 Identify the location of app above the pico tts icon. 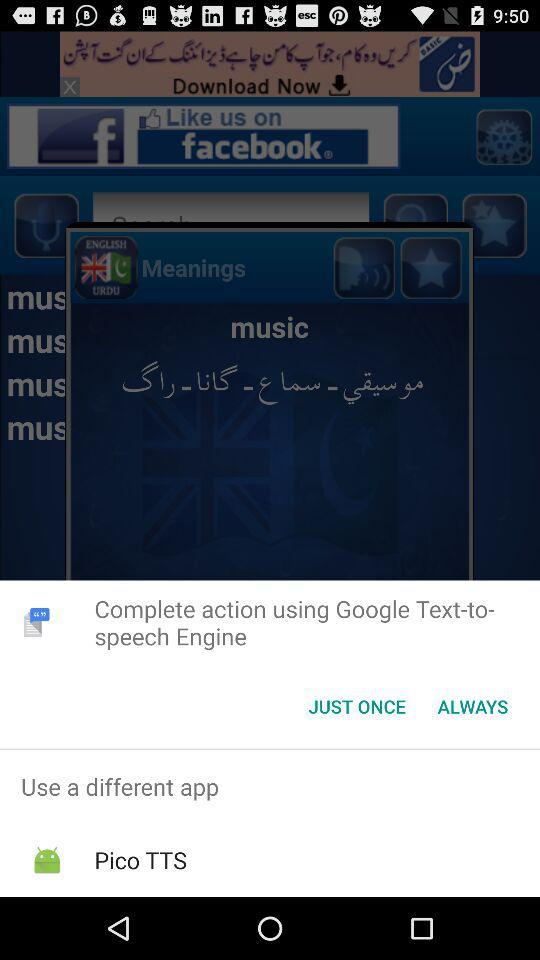
(270, 786).